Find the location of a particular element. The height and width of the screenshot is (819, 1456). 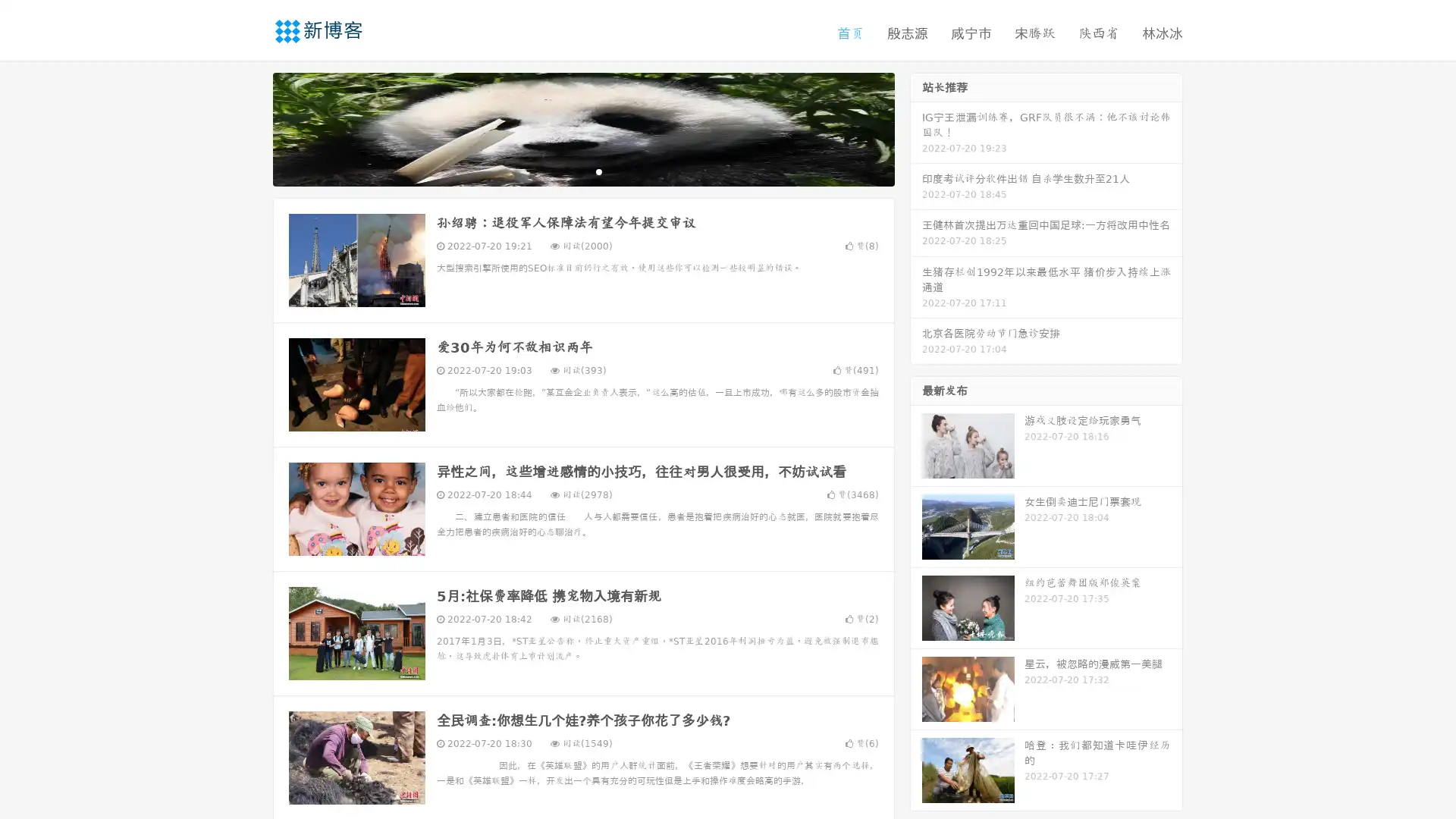

Go to slide 1 is located at coordinates (567, 171).